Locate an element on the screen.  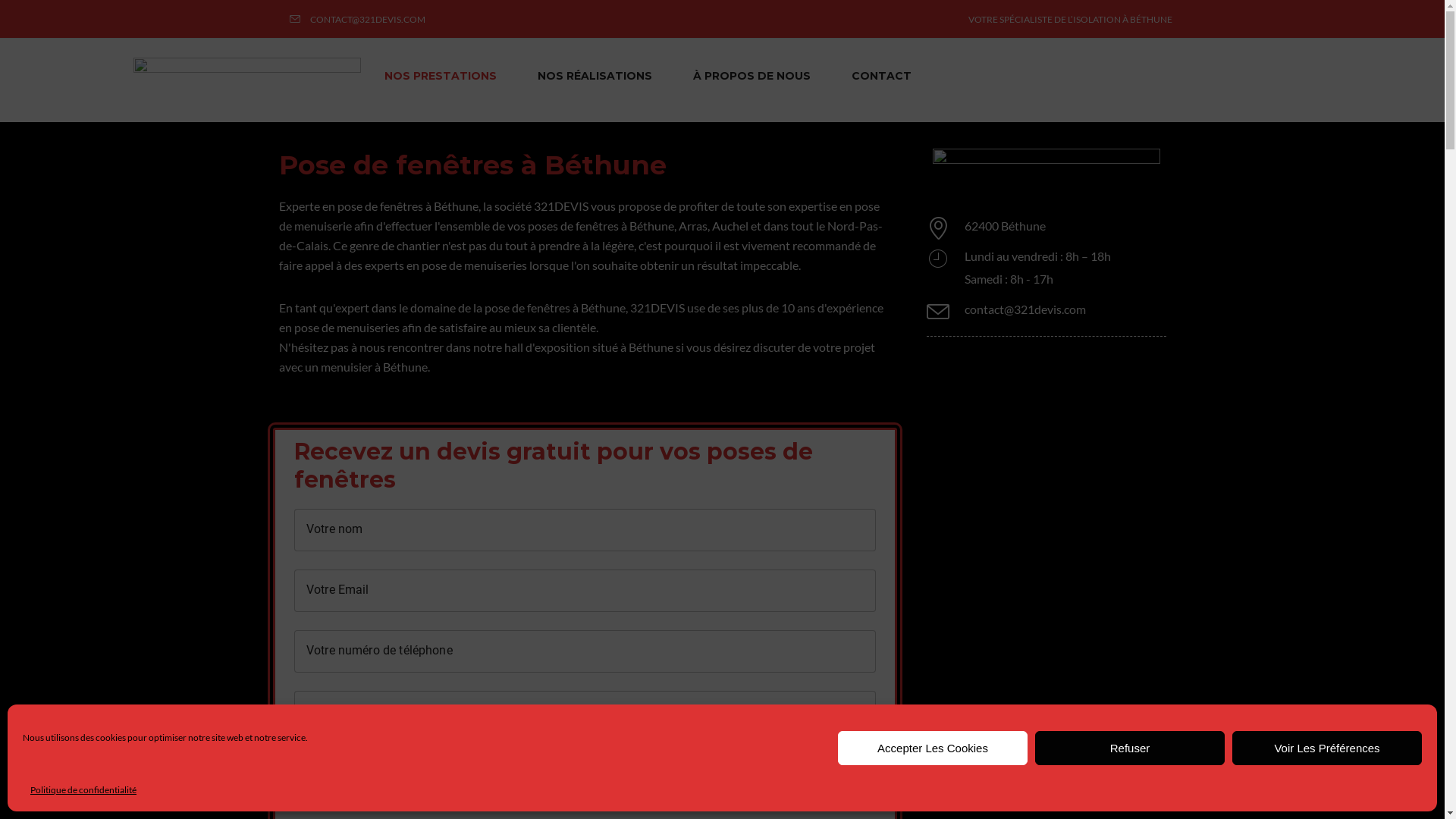
'Refuser' is located at coordinates (1034, 747).